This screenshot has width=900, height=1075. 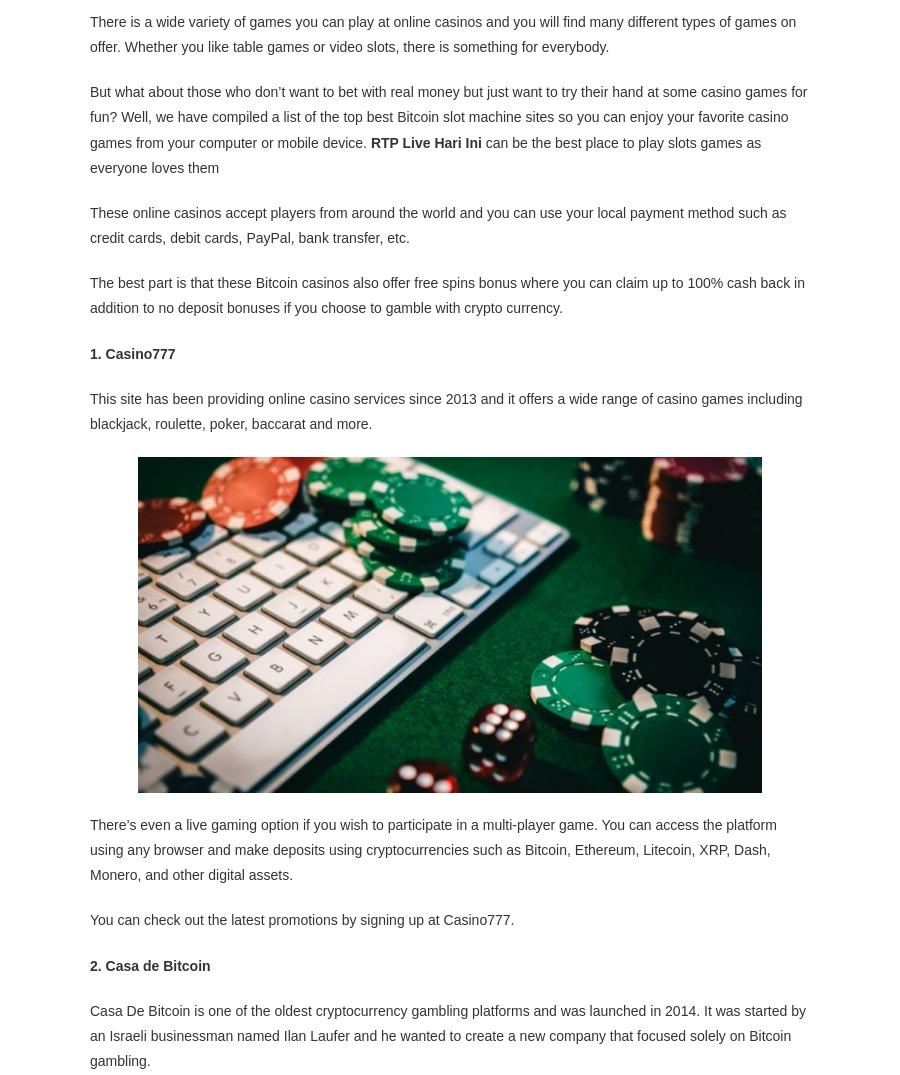 I want to click on '2. Casa de Bitcoin', so click(x=150, y=965).